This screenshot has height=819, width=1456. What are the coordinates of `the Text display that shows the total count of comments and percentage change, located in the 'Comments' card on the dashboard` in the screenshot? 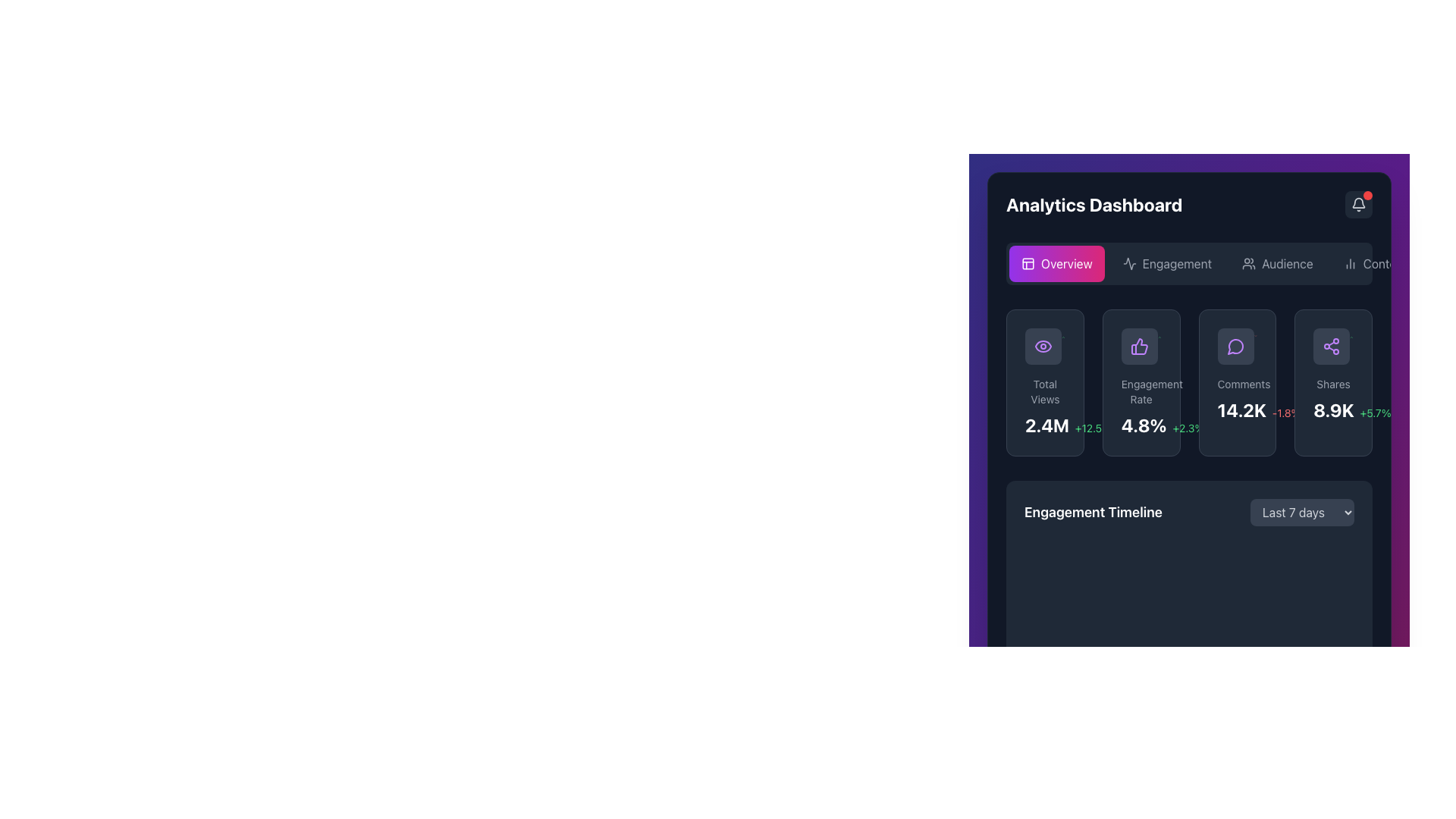 It's located at (1237, 409).